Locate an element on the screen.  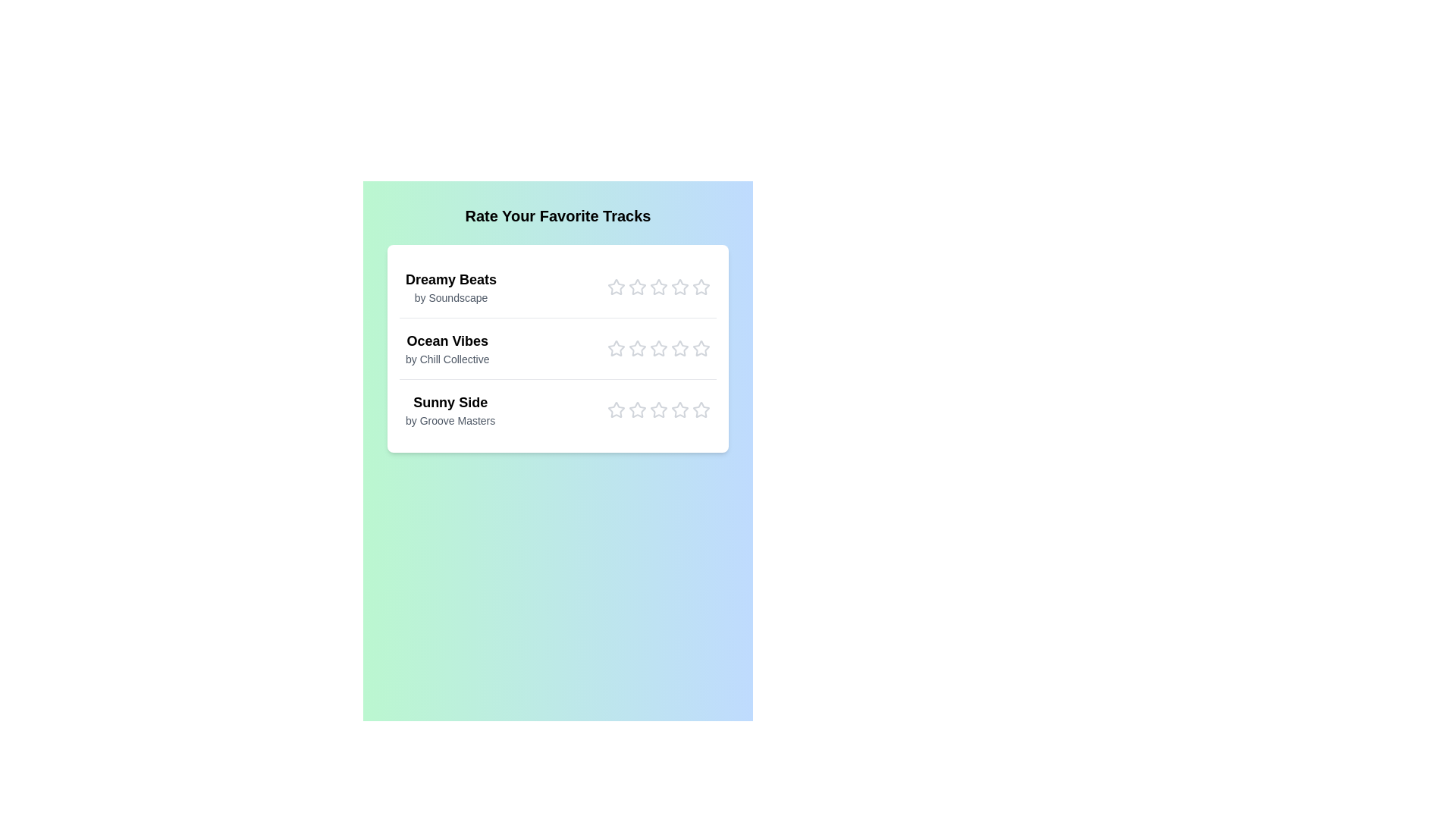
the track title Ocean Vibes to select its text is located at coordinates (447, 341).